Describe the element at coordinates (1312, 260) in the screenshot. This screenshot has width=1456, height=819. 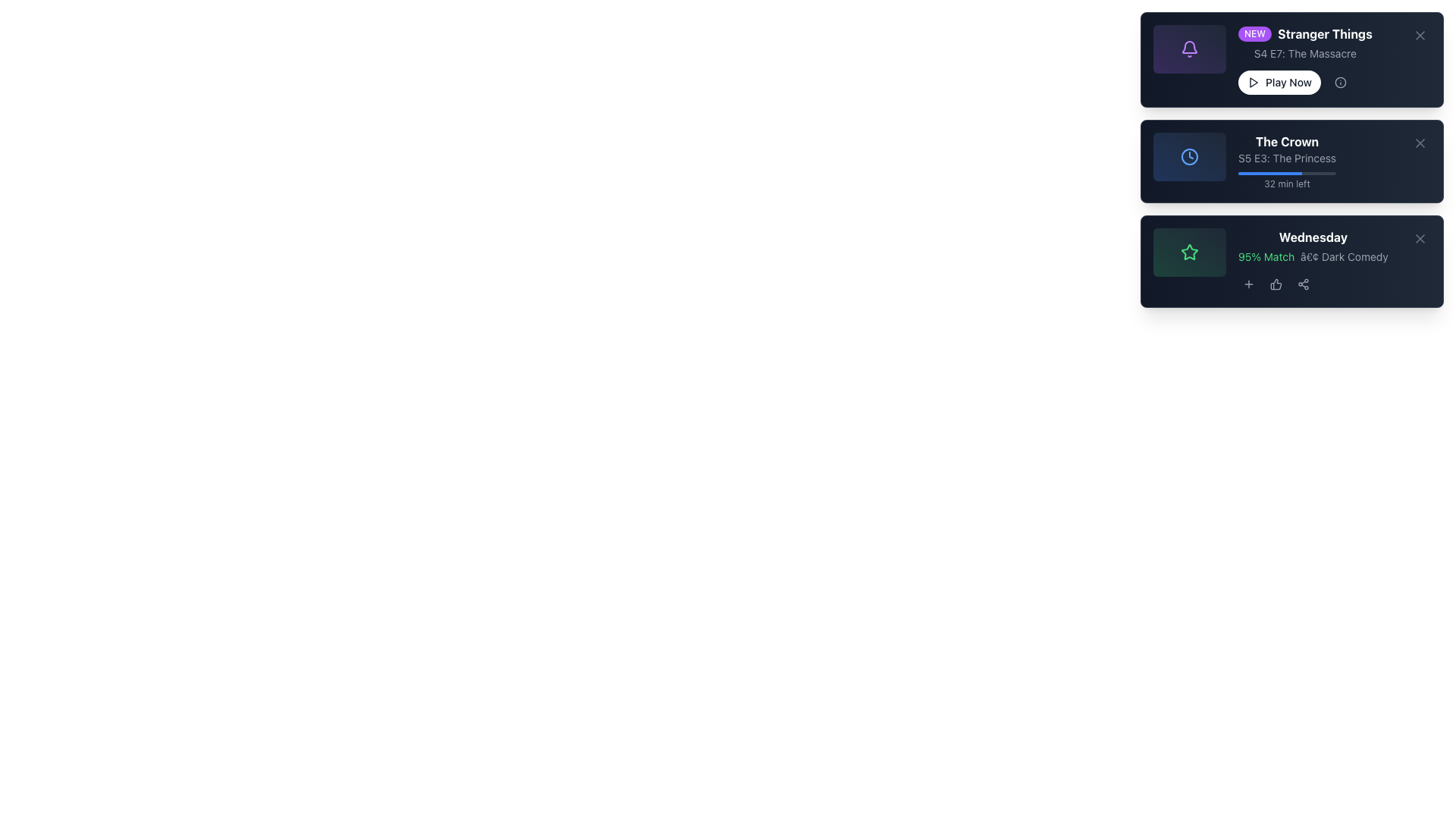
I see `the text label displaying 'Wednesday' with the information '95% Match • Dark Comedy', which is the third element in the TV shows list and located beside a green star` at that location.